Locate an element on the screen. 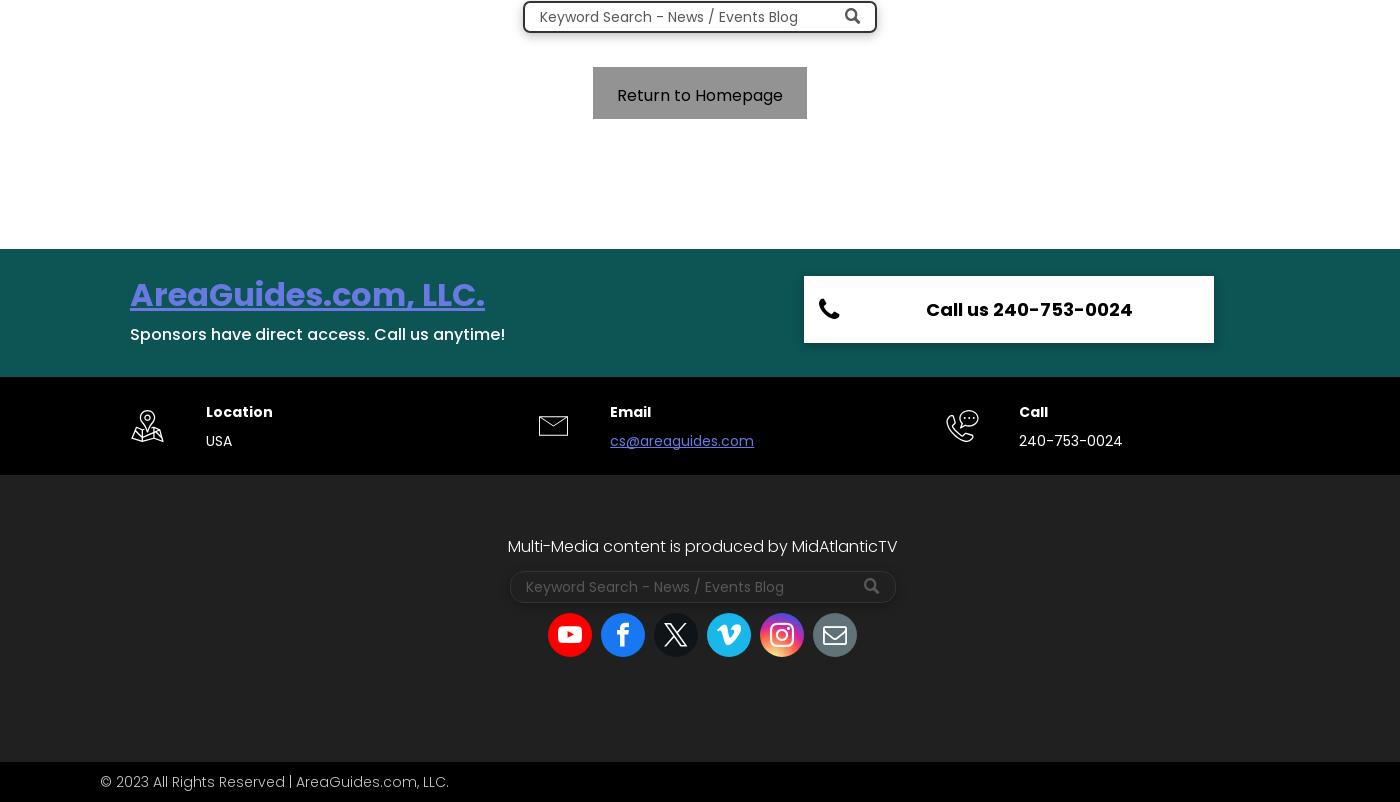 The width and height of the screenshot is (1400, 802). 'Return to Homepage' is located at coordinates (700, 95).